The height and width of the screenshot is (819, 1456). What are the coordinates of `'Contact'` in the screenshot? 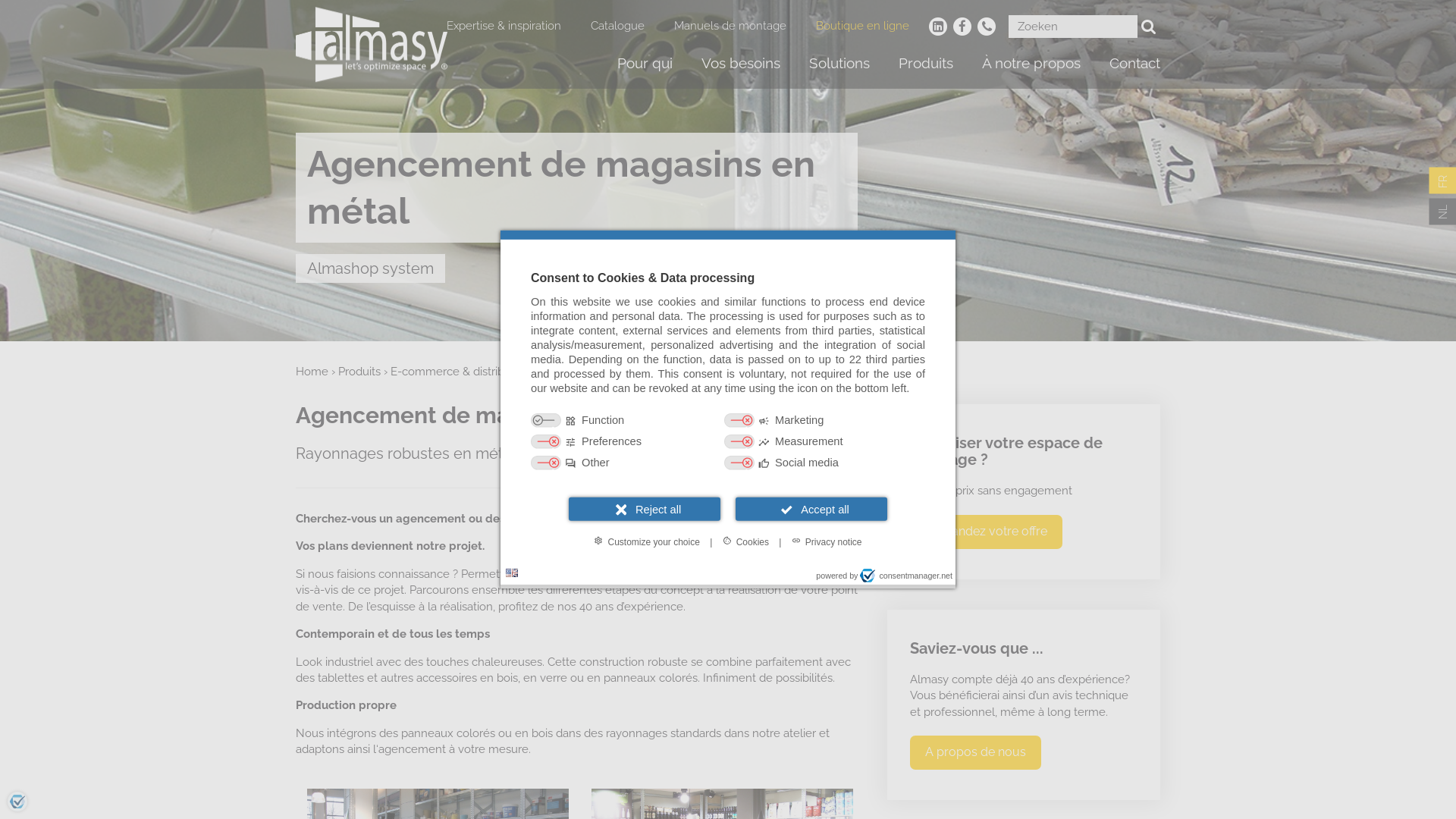 It's located at (1134, 62).